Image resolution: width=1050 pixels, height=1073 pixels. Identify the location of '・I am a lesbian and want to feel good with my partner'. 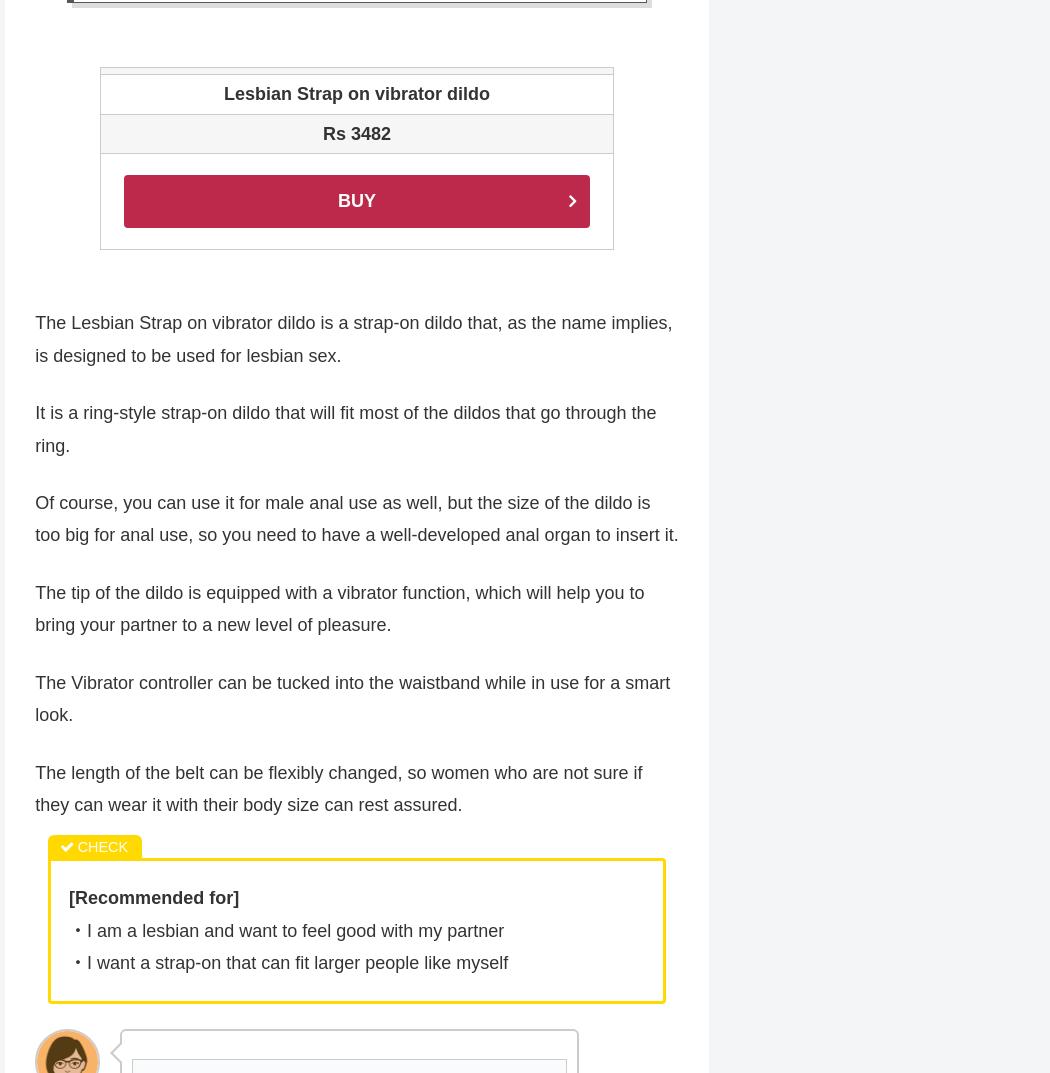
(285, 932).